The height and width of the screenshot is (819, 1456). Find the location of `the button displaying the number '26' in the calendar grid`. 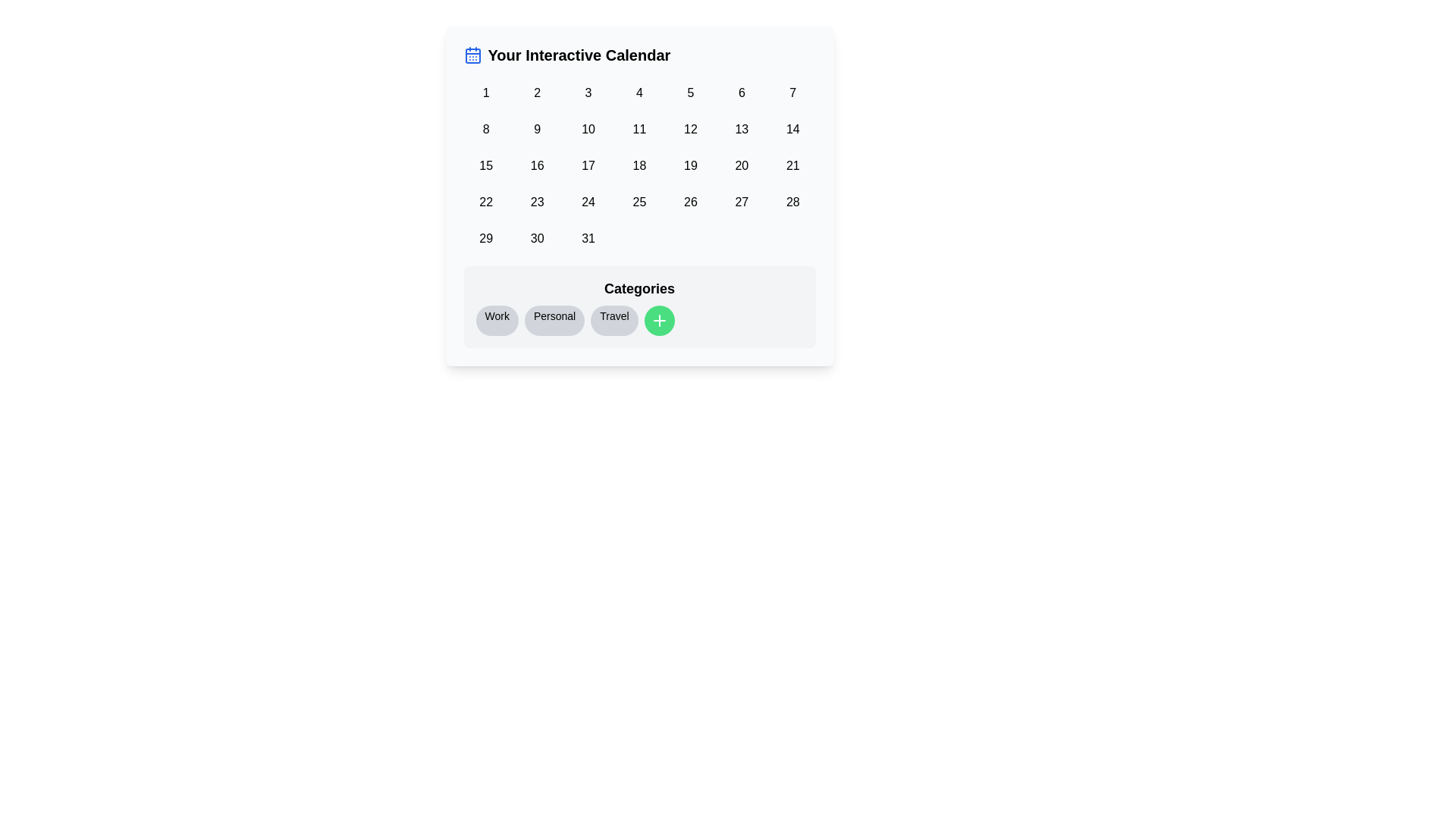

the button displaying the number '26' in the calendar grid is located at coordinates (689, 201).